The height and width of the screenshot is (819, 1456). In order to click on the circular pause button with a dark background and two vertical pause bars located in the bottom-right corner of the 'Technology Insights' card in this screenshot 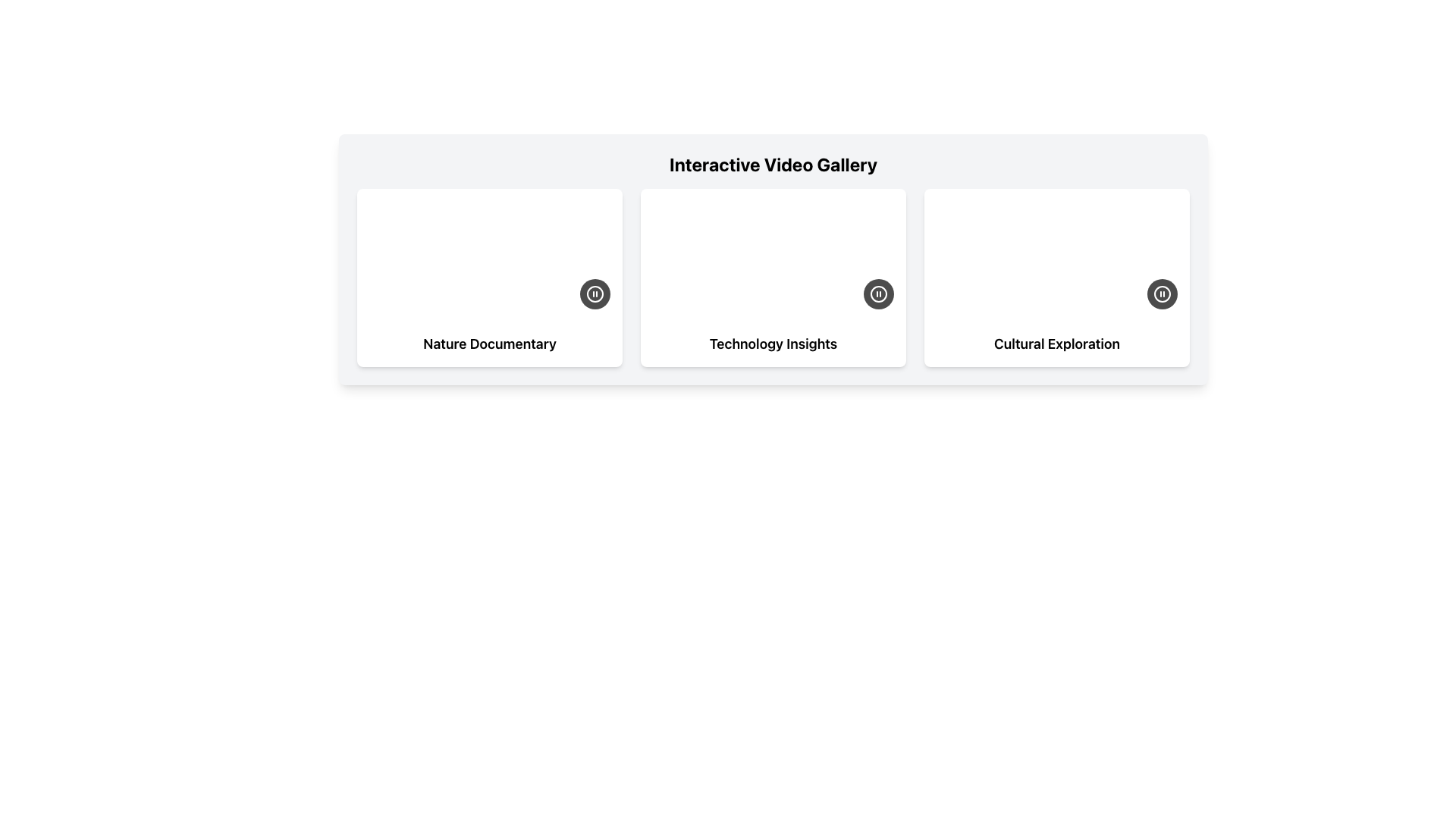, I will do `click(878, 294)`.